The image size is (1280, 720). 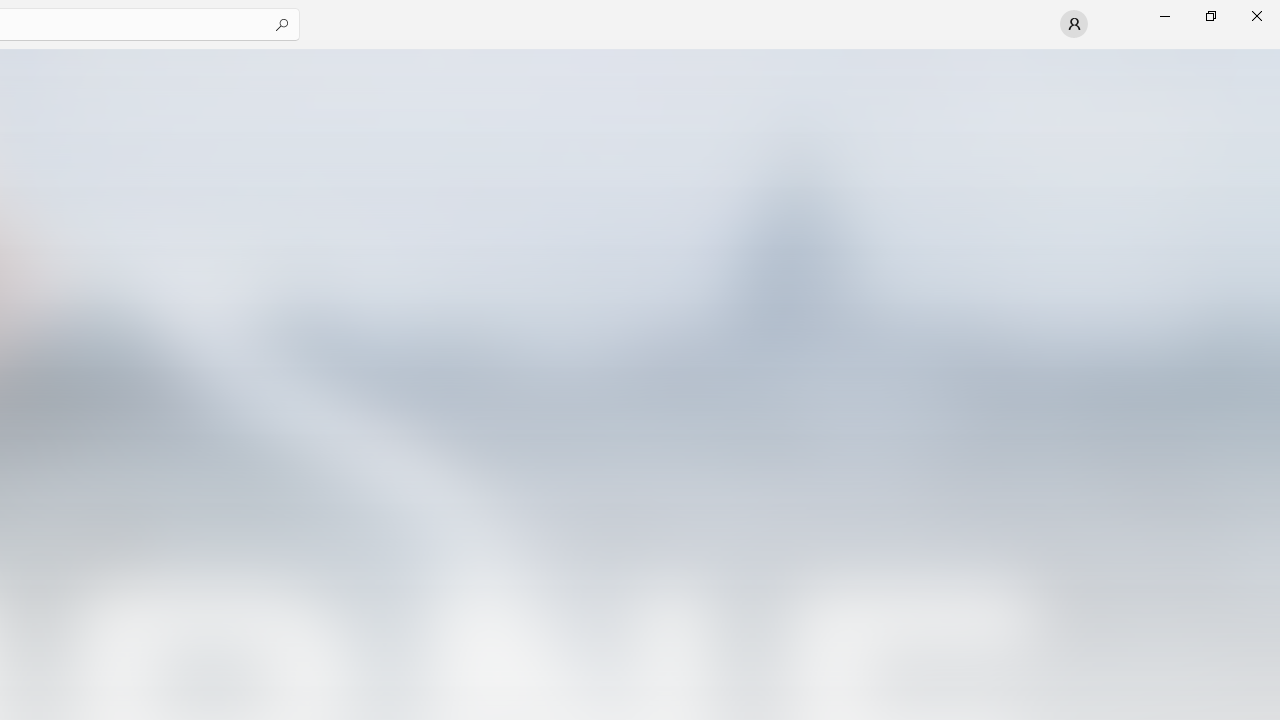 I want to click on 'Minimize Microsoft Store', so click(x=1164, y=15).